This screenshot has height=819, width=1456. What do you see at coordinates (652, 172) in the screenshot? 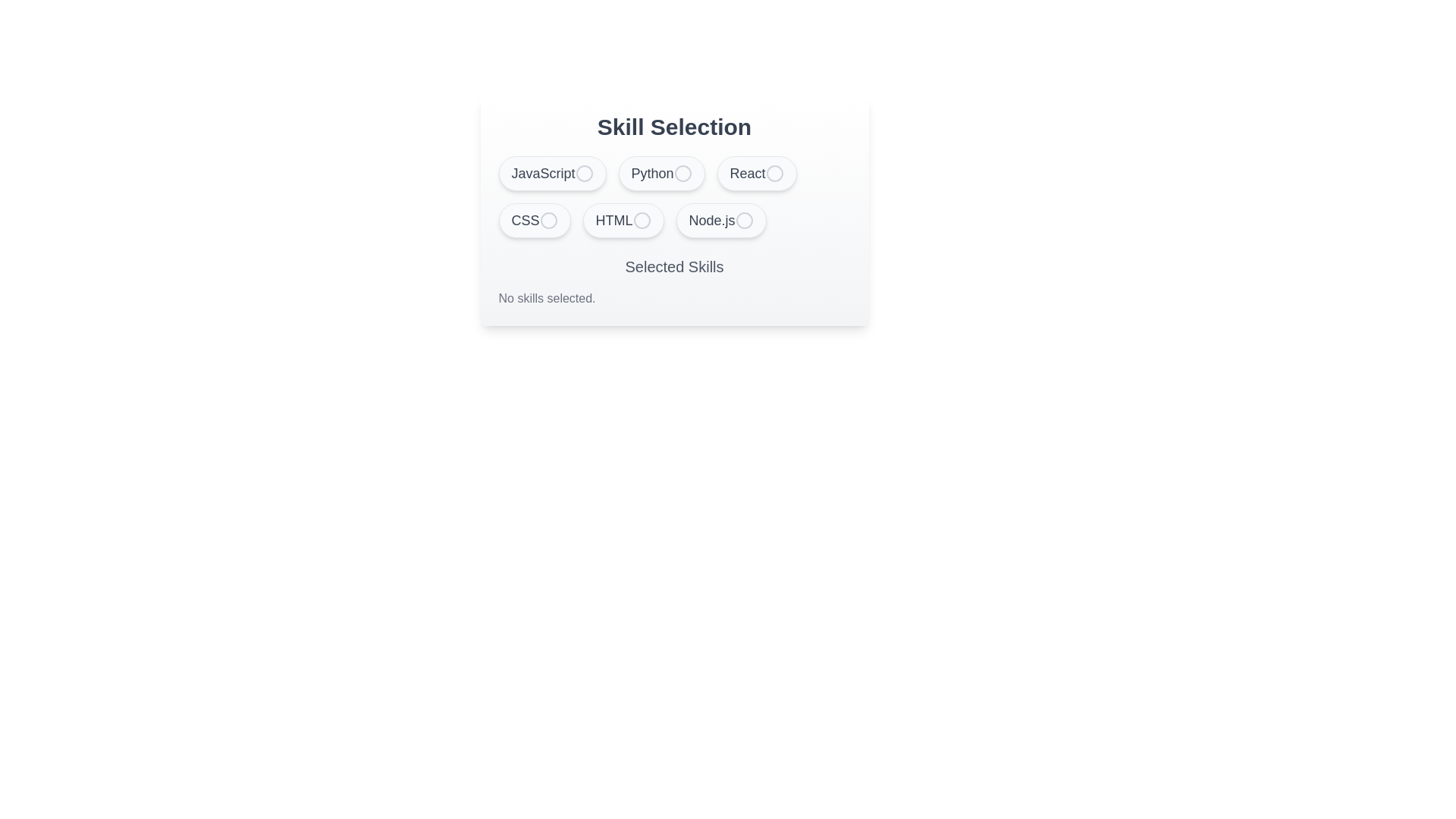
I see `the button surrounding the 'Python' text label, which is the second button in the row of skill selection options` at bounding box center [652, 172].